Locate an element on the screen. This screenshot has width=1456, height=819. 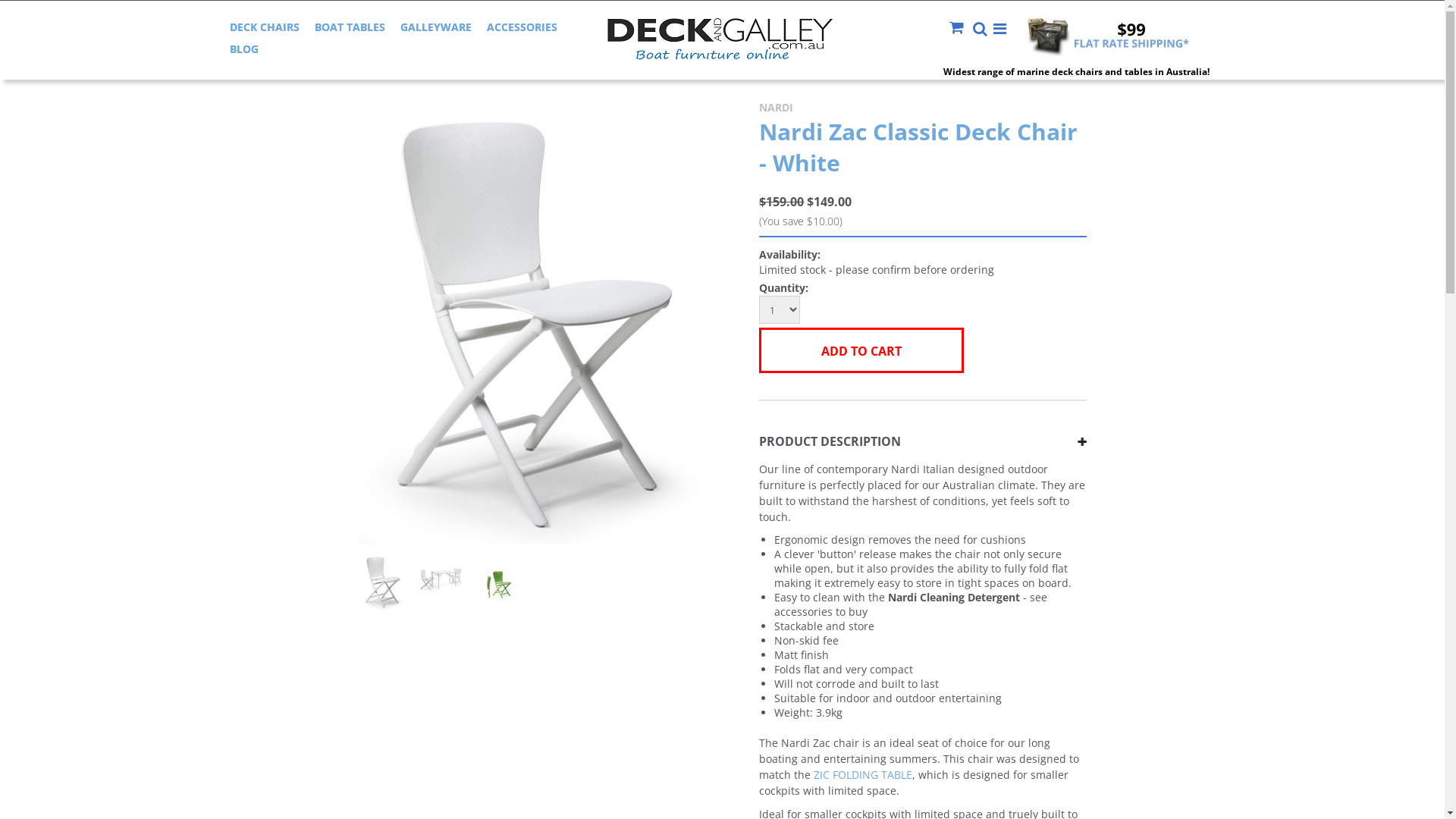
'0' is located at coordinates (382, 585).